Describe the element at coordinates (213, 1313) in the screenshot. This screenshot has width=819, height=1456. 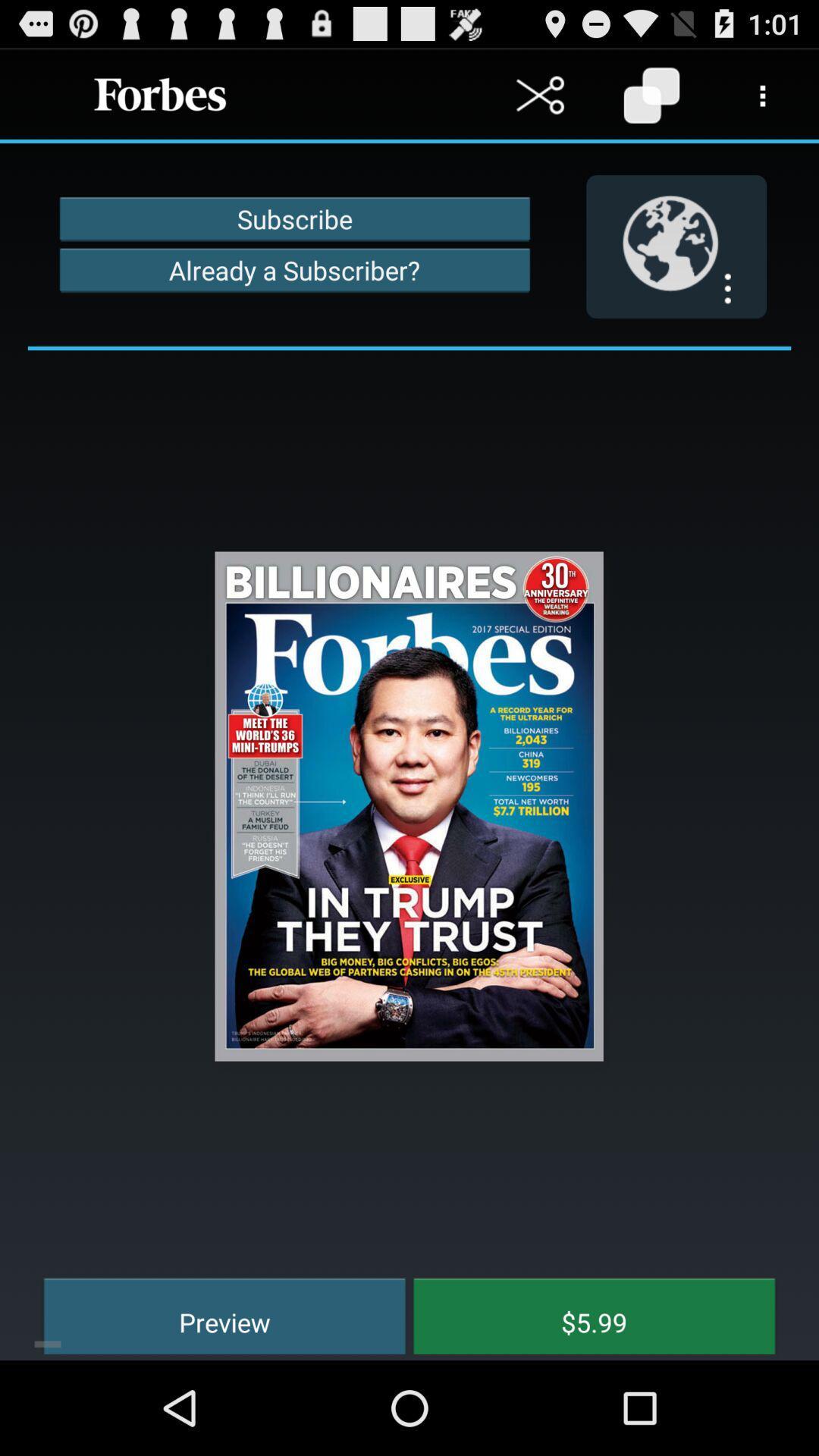
I see `preview at the bottom left corner` at that location.